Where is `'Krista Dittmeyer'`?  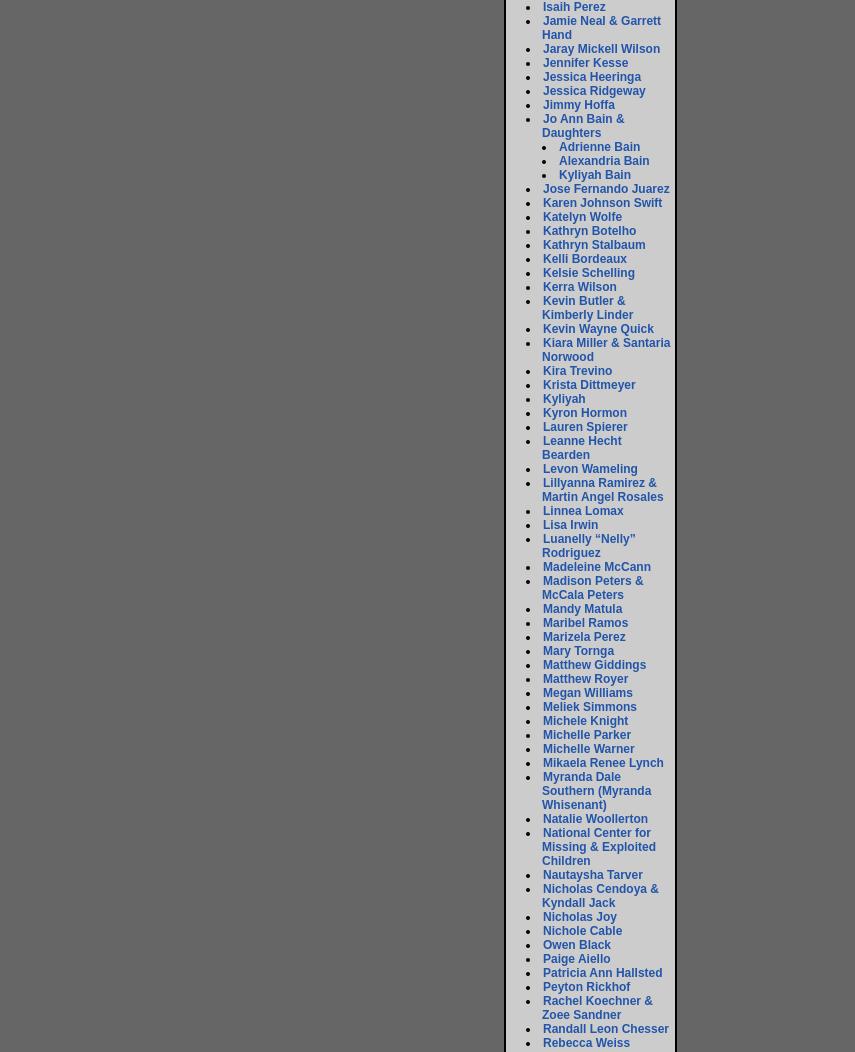
'Krista Dittmeyer' is located at coordinates (588, 385).